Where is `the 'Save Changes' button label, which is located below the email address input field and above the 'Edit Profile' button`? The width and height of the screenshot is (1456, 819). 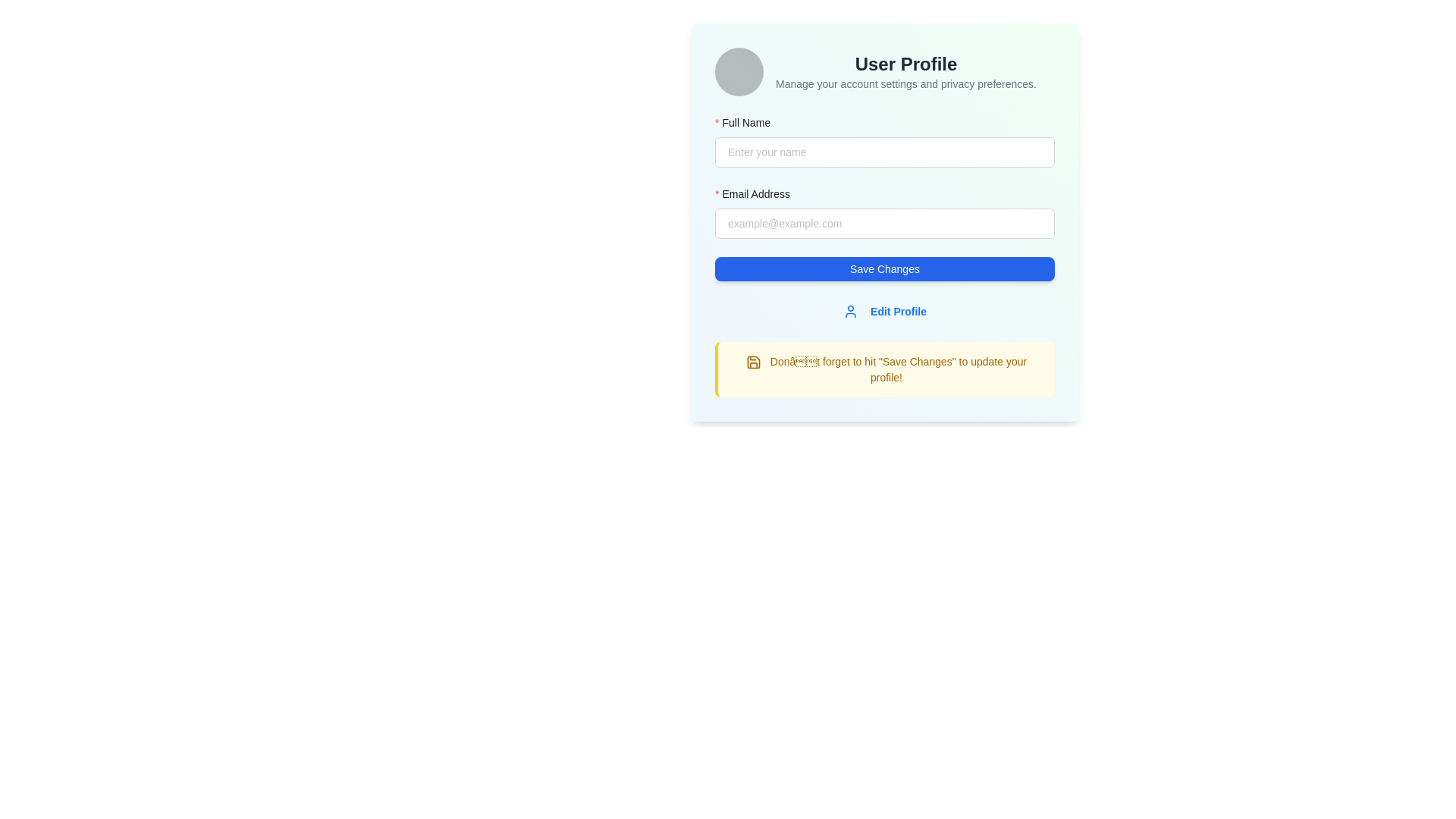 the 'Save Changes' button label, which is located below the email address input field and above the 'Edit Profile' button is located at coordinates (884, 268).